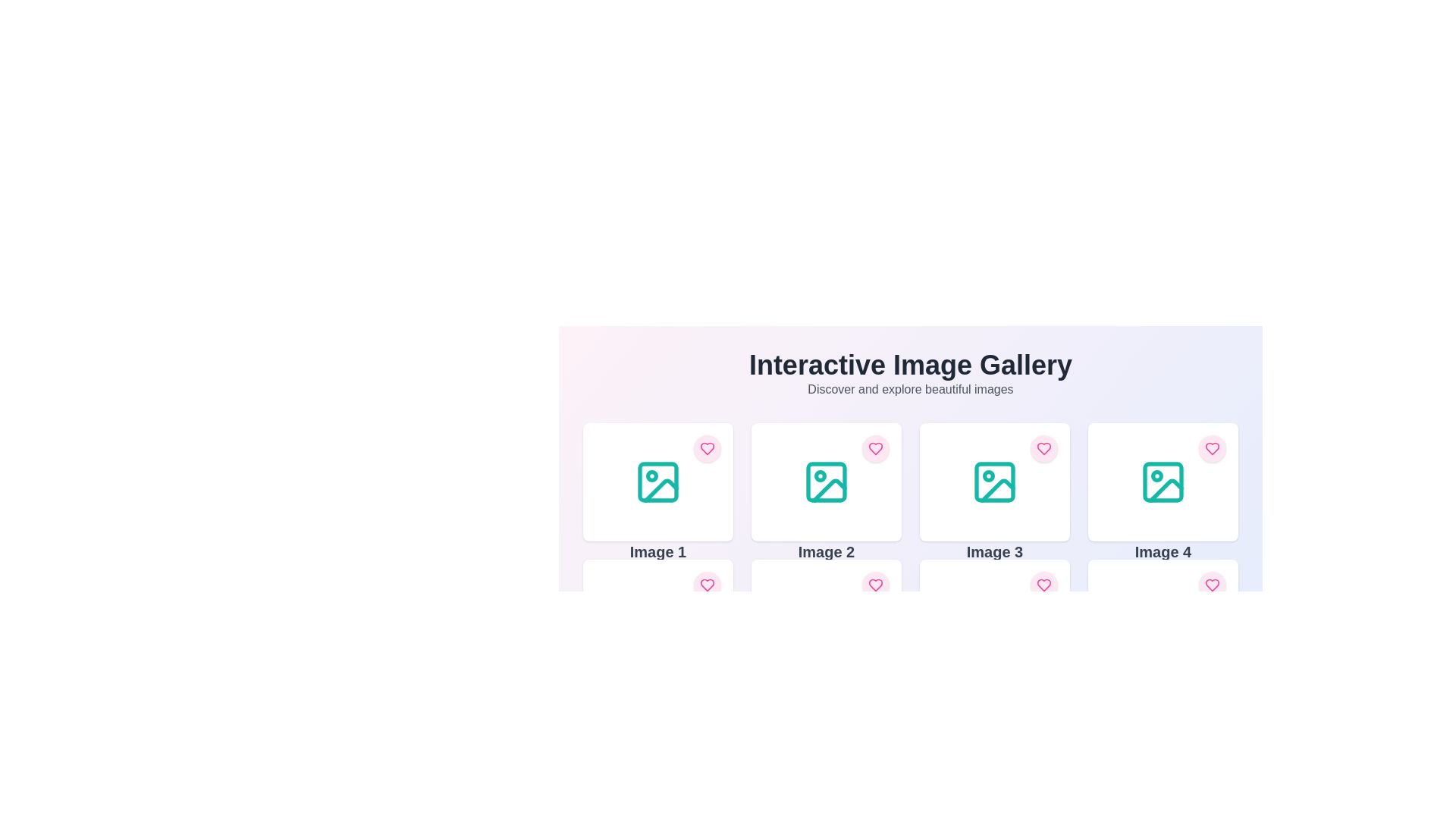 The width and height of the screenshot is (1456, 819). I want to click on the circular pink button with a heart icon located in the top-right corner of the card labeled 'Image 2', so click(876, 447).